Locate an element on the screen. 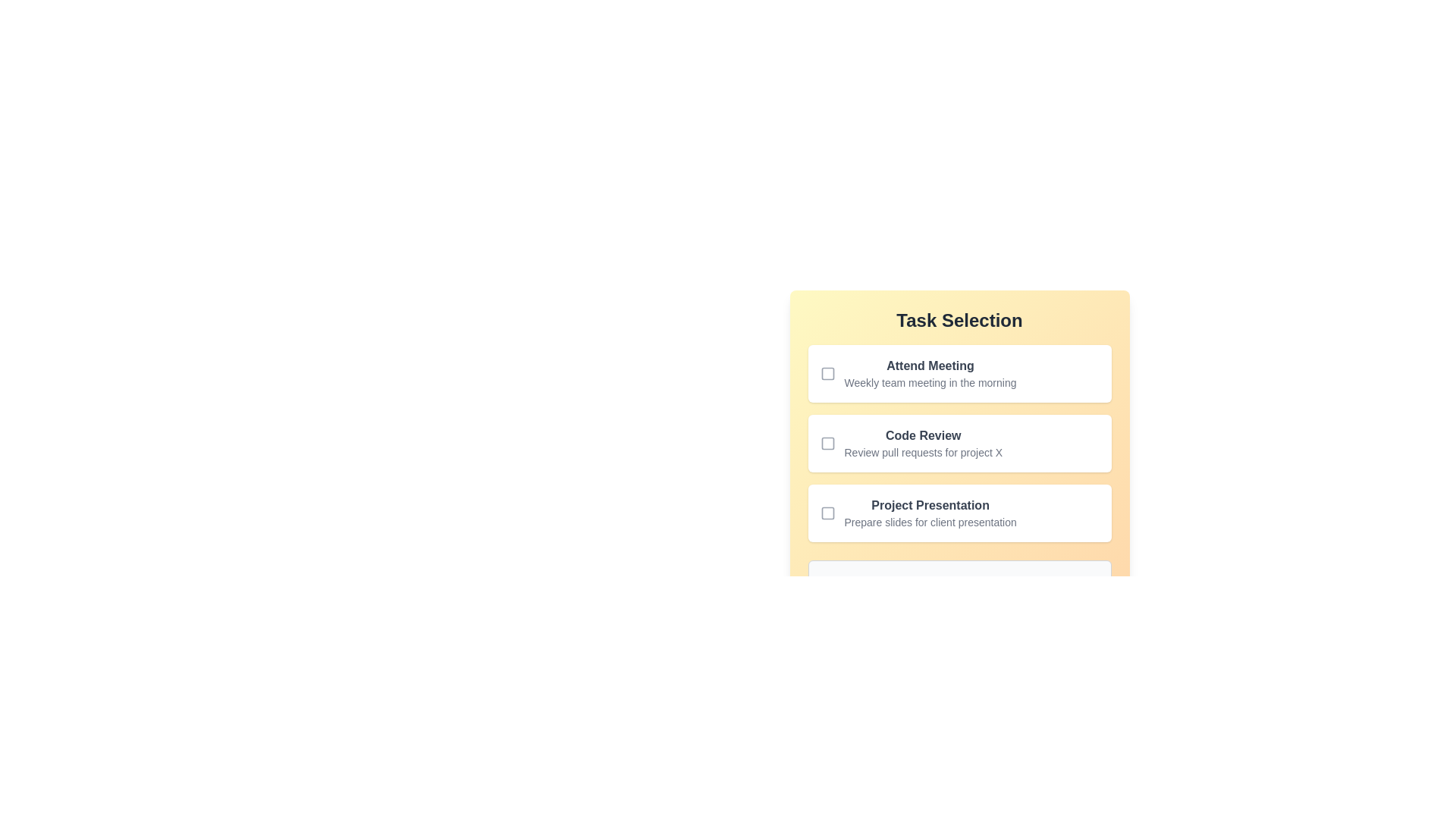 This screenshot has width=1456, height=819. the 'Code Review' text block, which contains a bolded title and a lighter subtitle, positioned within a vertical list on the 'Task Selection' form is located at coordinates (922, 444).